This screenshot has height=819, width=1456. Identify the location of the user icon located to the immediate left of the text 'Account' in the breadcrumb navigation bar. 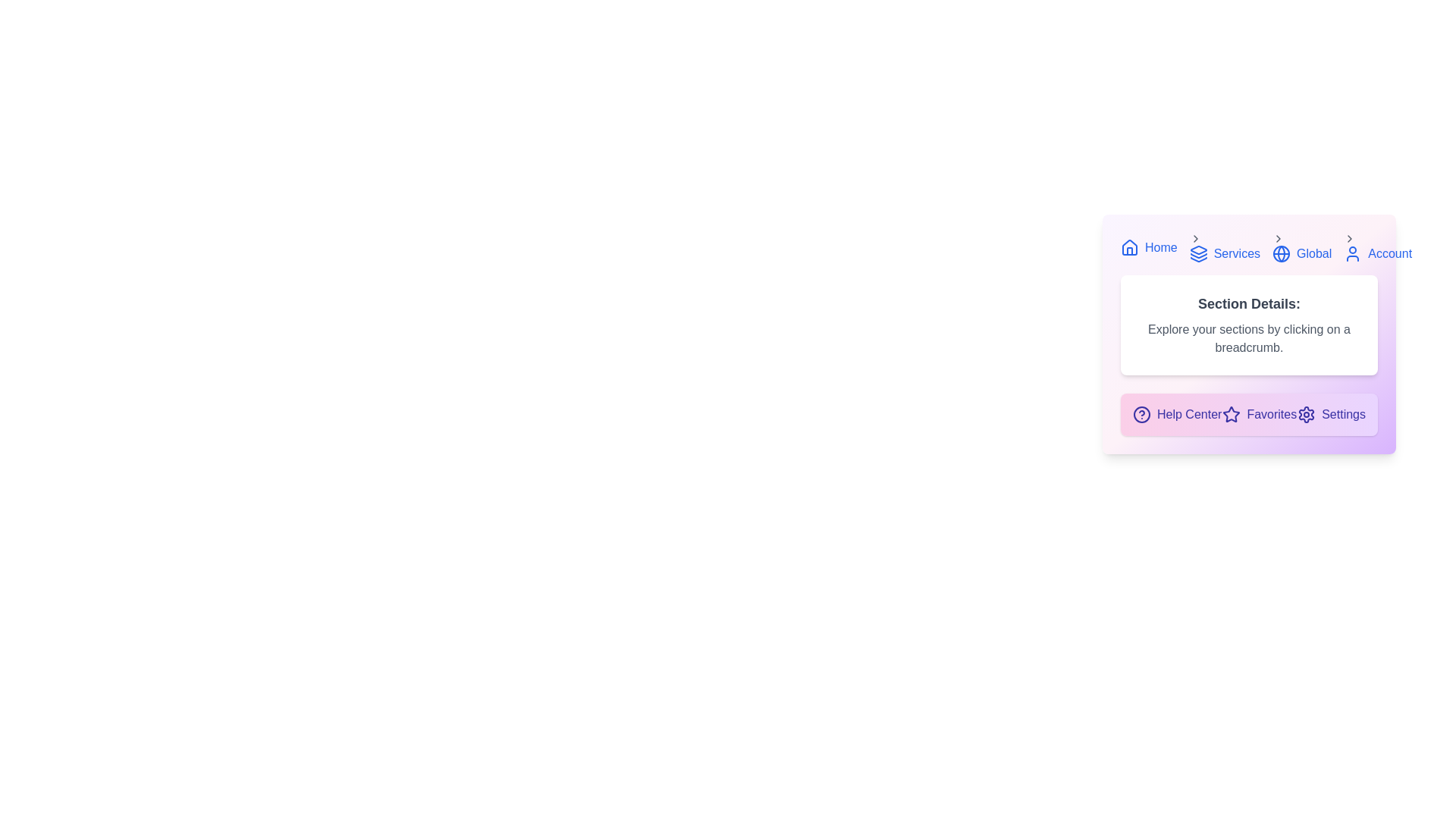
(1353, 253).